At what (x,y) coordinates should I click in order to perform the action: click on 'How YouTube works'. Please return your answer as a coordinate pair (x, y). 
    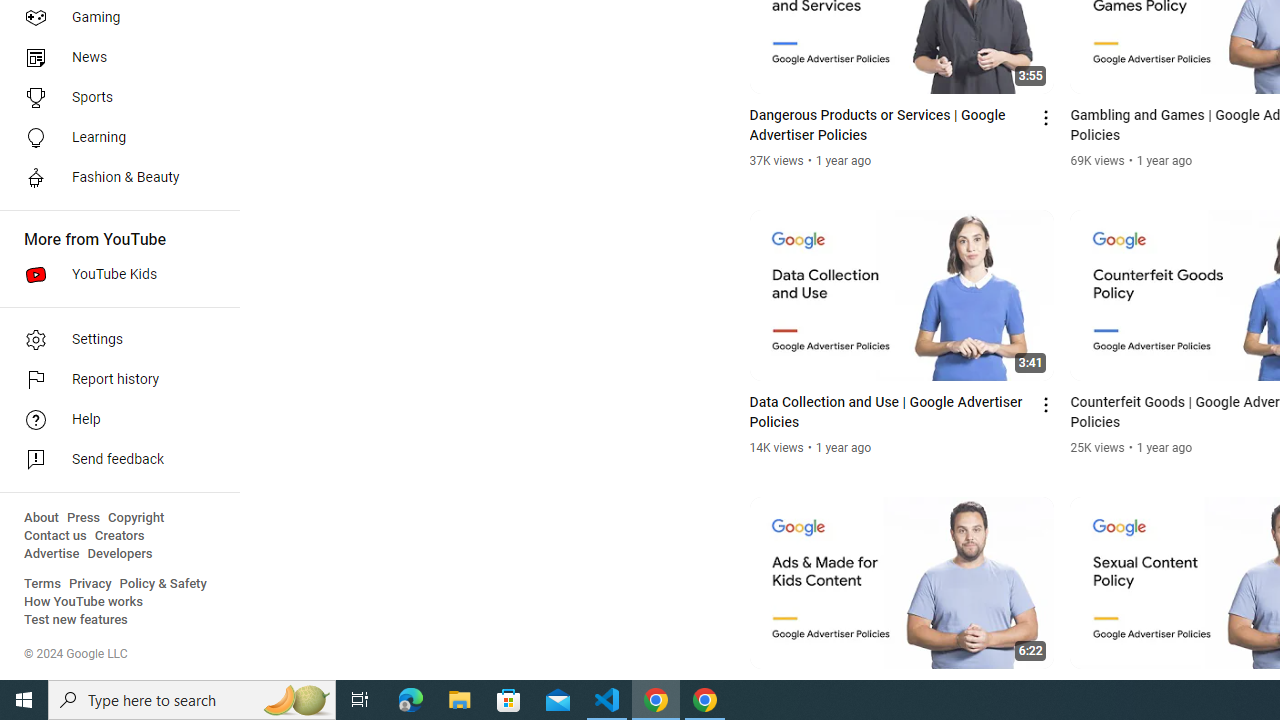
    Looking at the image, I should click on (82, 601).